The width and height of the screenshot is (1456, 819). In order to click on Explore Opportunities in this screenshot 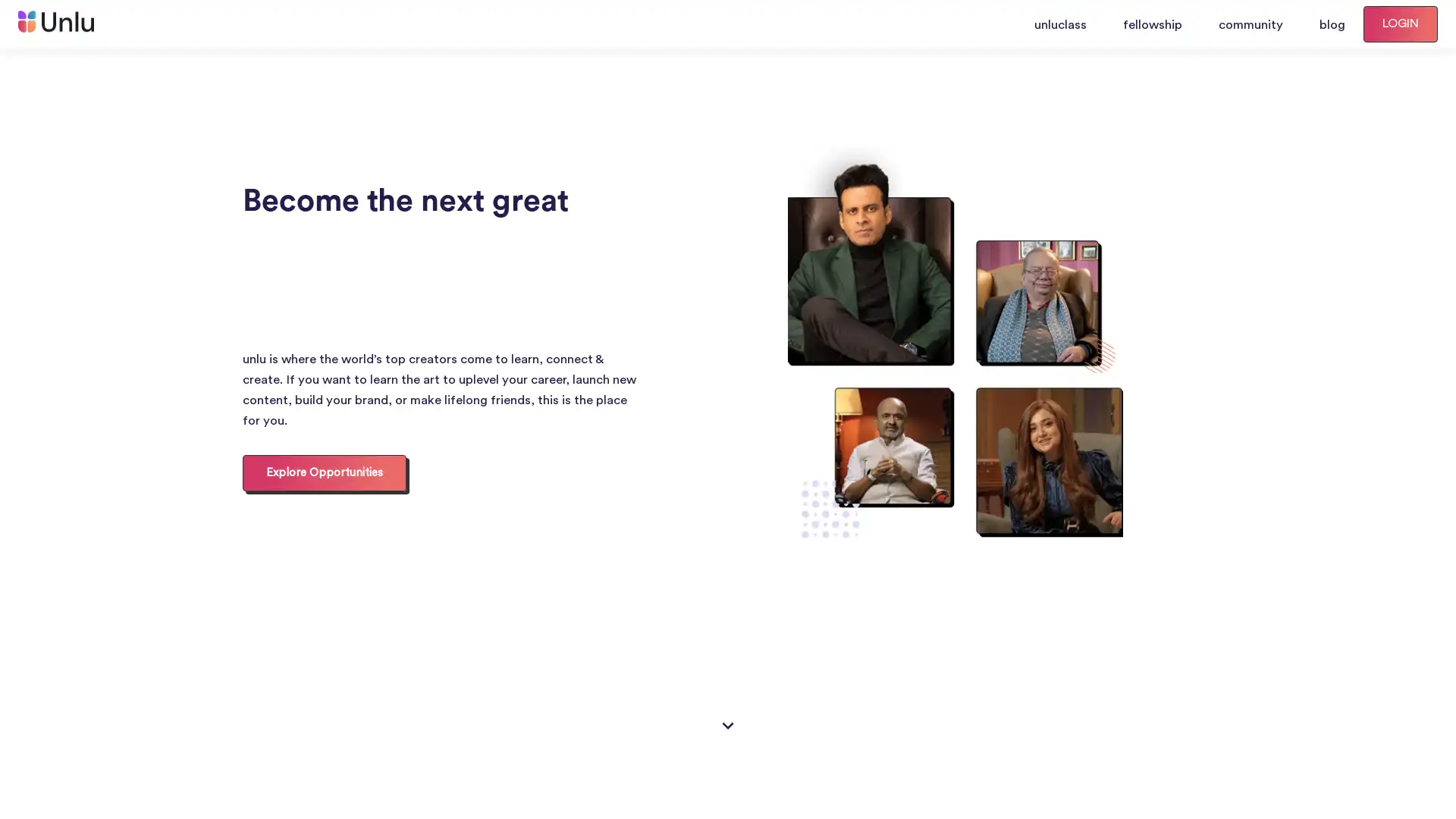, I will do `click(323, 472)`.